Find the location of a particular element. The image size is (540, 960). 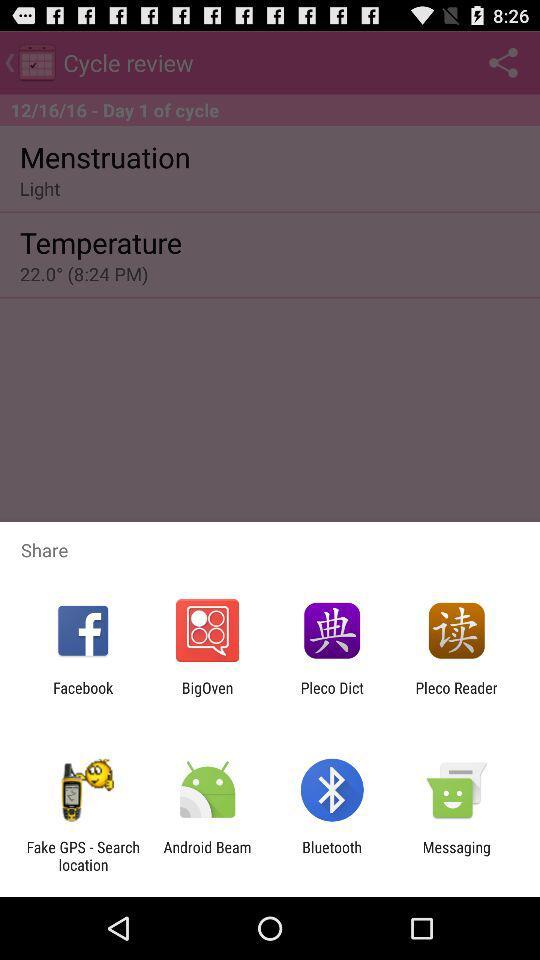

the item to the left of messaging is located at coordinates (332, 855).